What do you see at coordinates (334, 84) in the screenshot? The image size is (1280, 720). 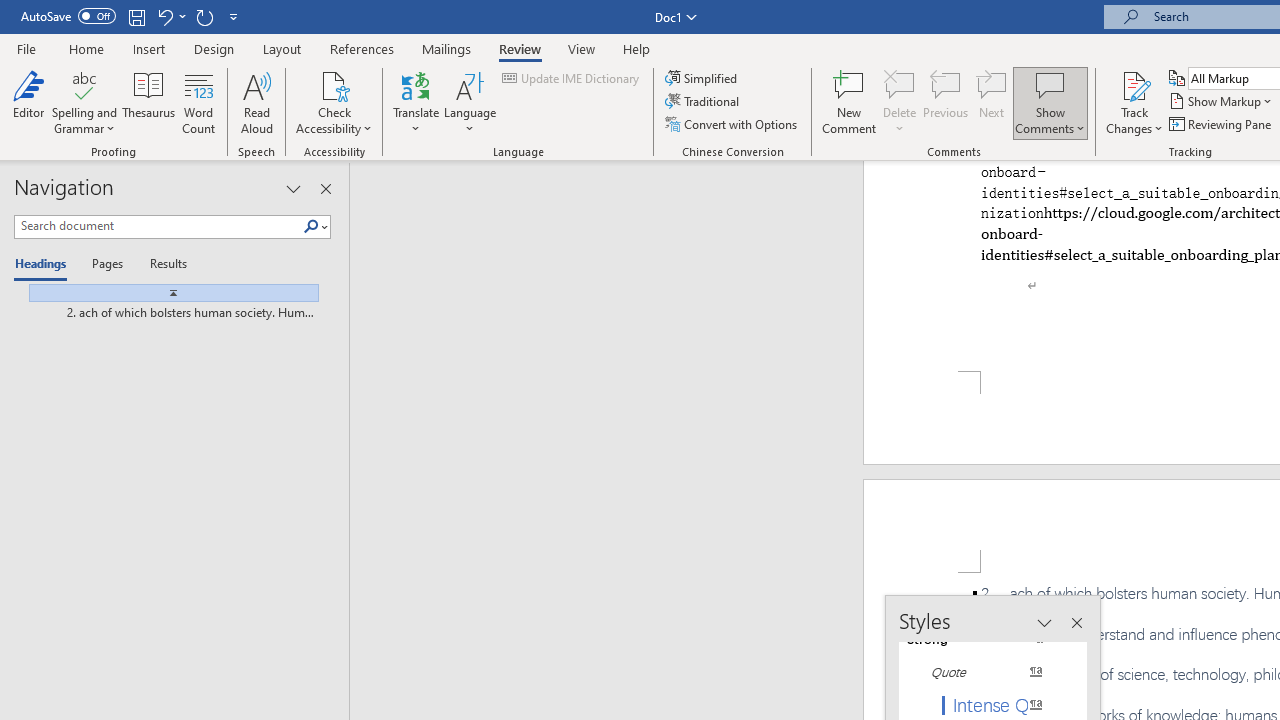 I see `'Check Accessibility'` at bounding box center [334, 84].